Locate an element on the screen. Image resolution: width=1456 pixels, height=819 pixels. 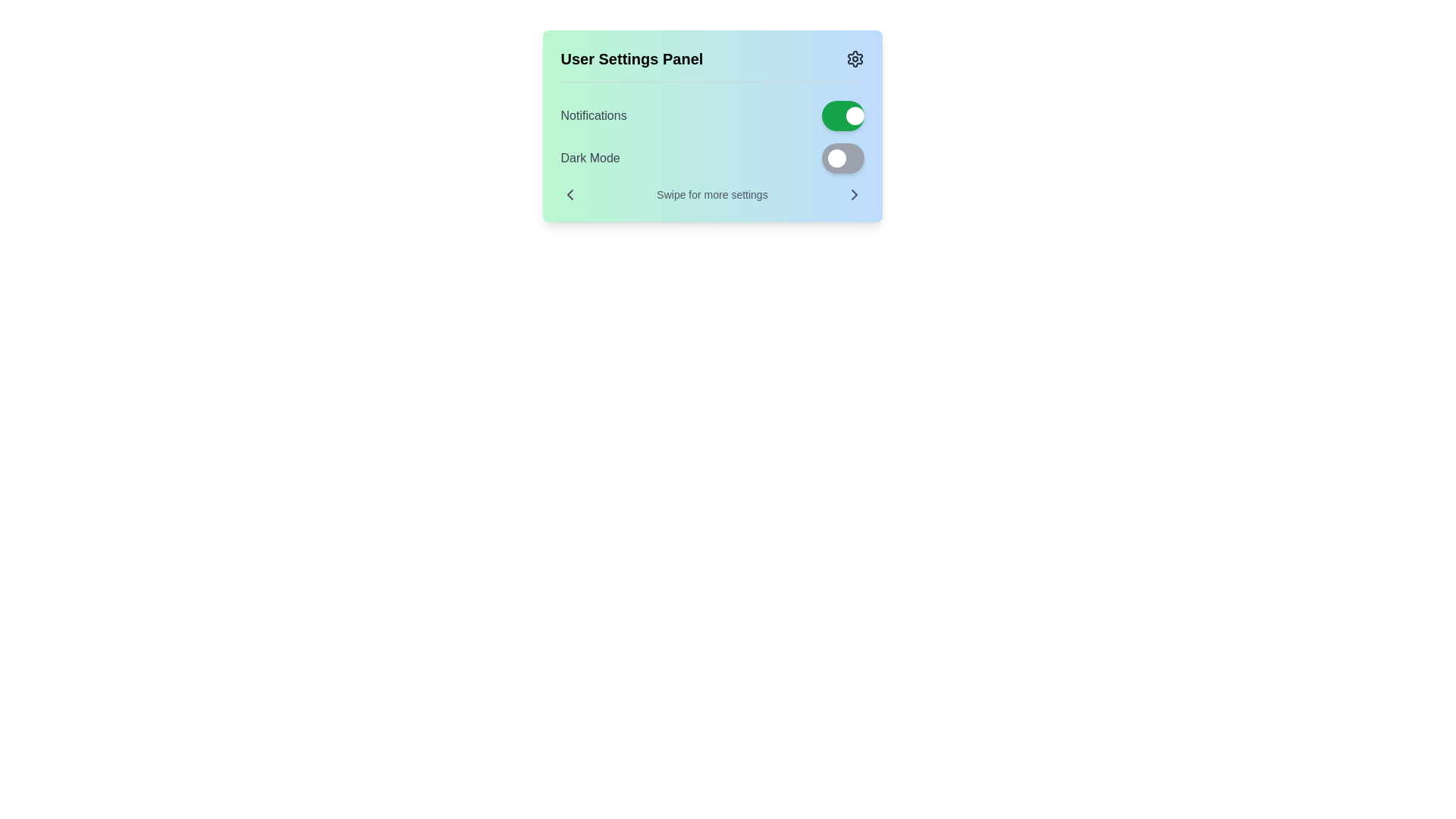
the settings icon in the User Settings Panel is located at coordinates (855, 58).